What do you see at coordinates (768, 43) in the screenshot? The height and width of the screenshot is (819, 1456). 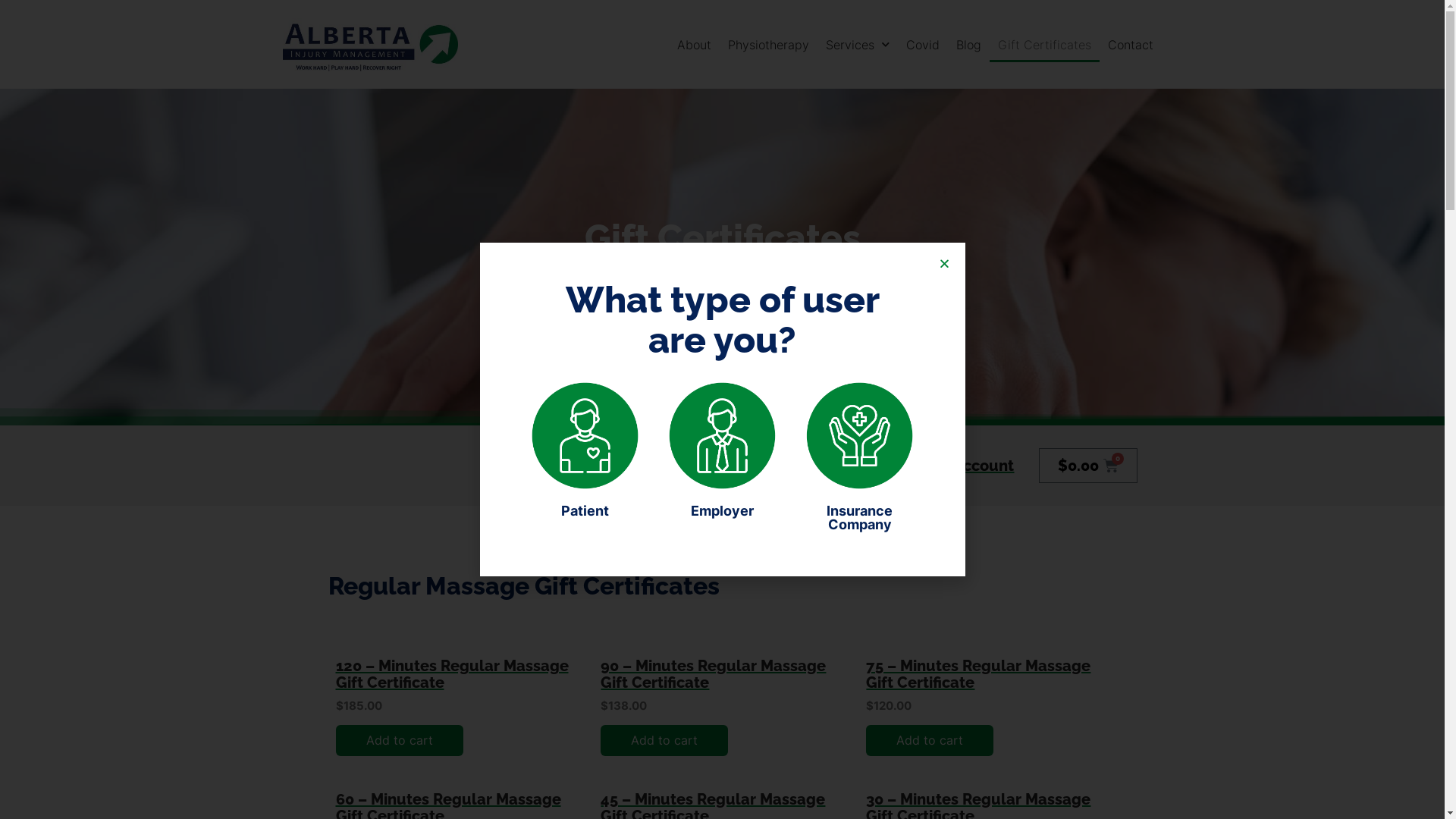 I see `'Physiotherapy'` at bounding box center [768, 43].